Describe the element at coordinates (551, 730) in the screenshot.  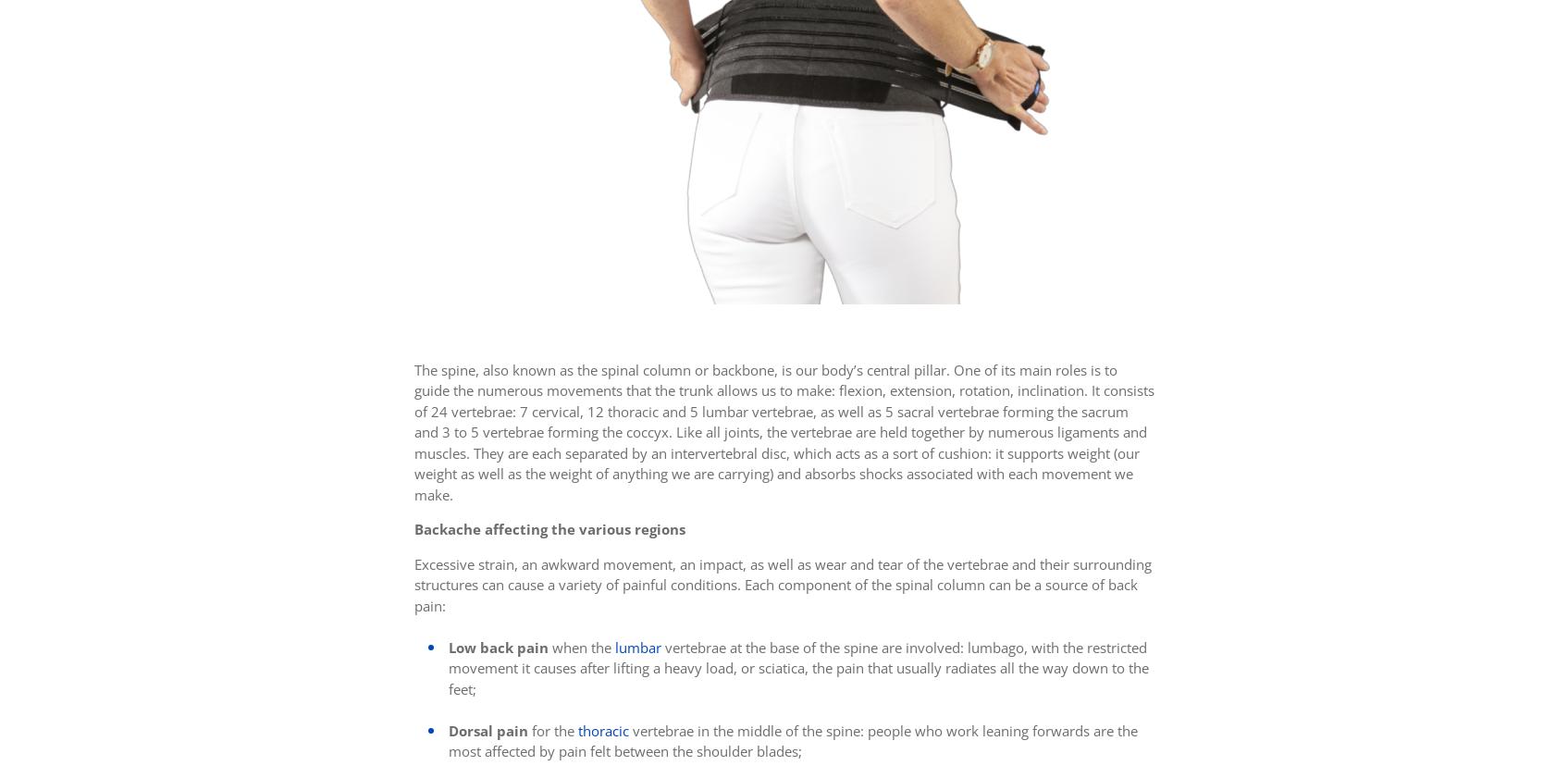
I see `'for the'` at that location.